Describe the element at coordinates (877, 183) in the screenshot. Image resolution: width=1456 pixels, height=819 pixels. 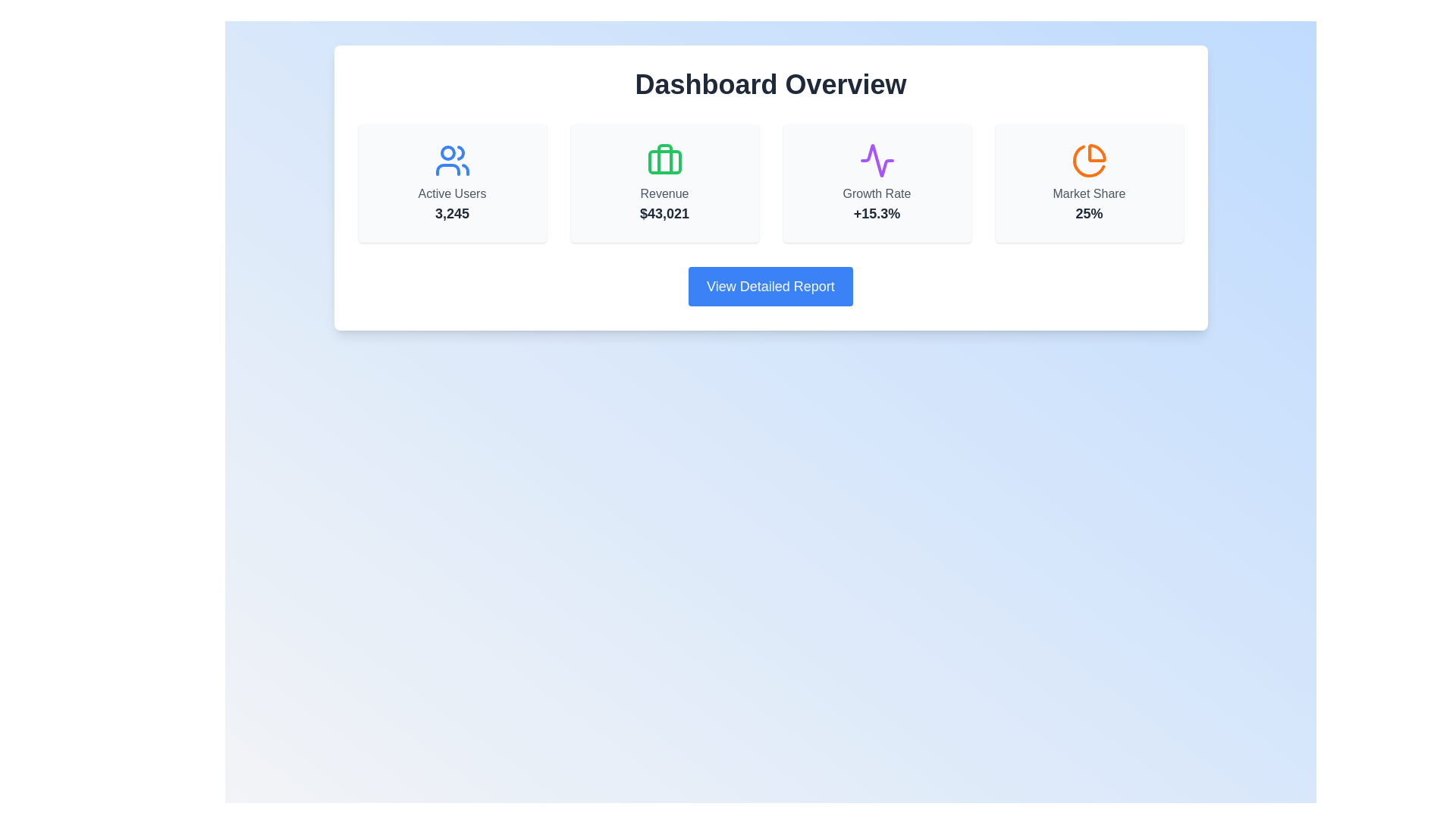
I see `the Information card that displays the growth rate metric, which is the third card in a grid layout, positioned between the Revenue card and the Market Share card` at that location.